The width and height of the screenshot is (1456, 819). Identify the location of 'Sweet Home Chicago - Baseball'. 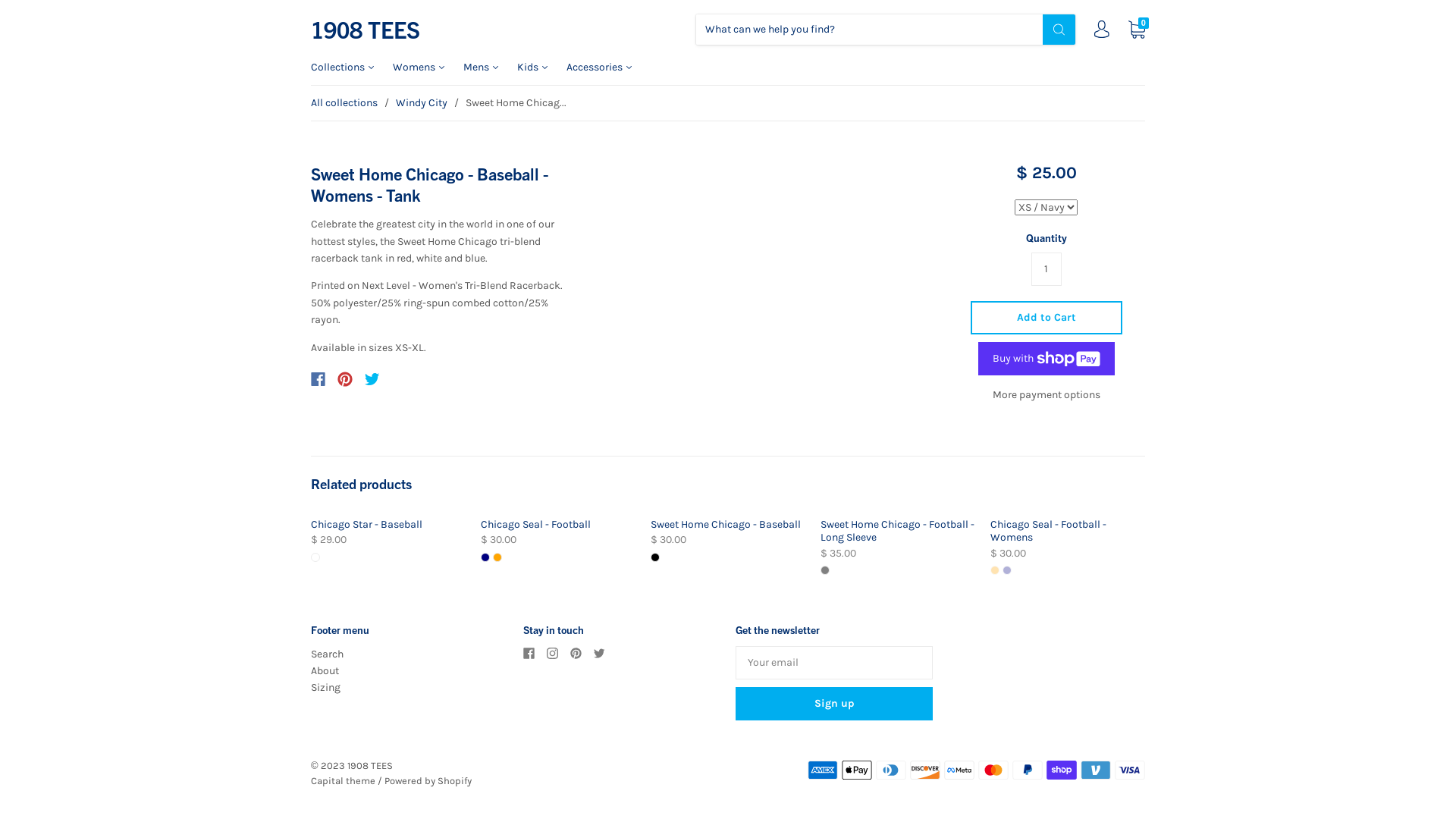
(651, 523).